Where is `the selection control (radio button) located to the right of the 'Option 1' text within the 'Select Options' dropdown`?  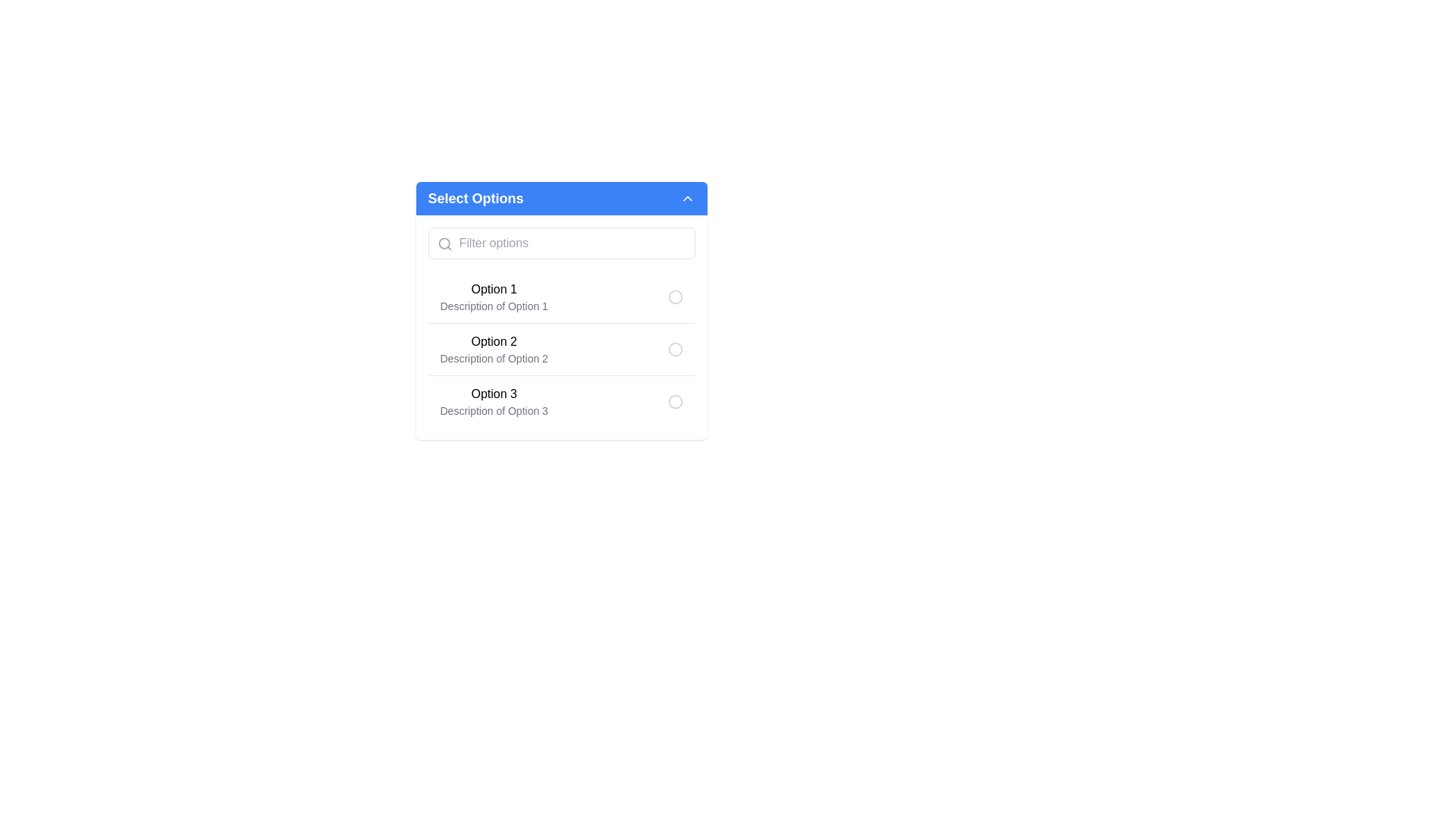
the selection control (radio button) located to the right of the 'Option 1' text within the 'Select Options' dropdown is located at coordinates (674, 297).